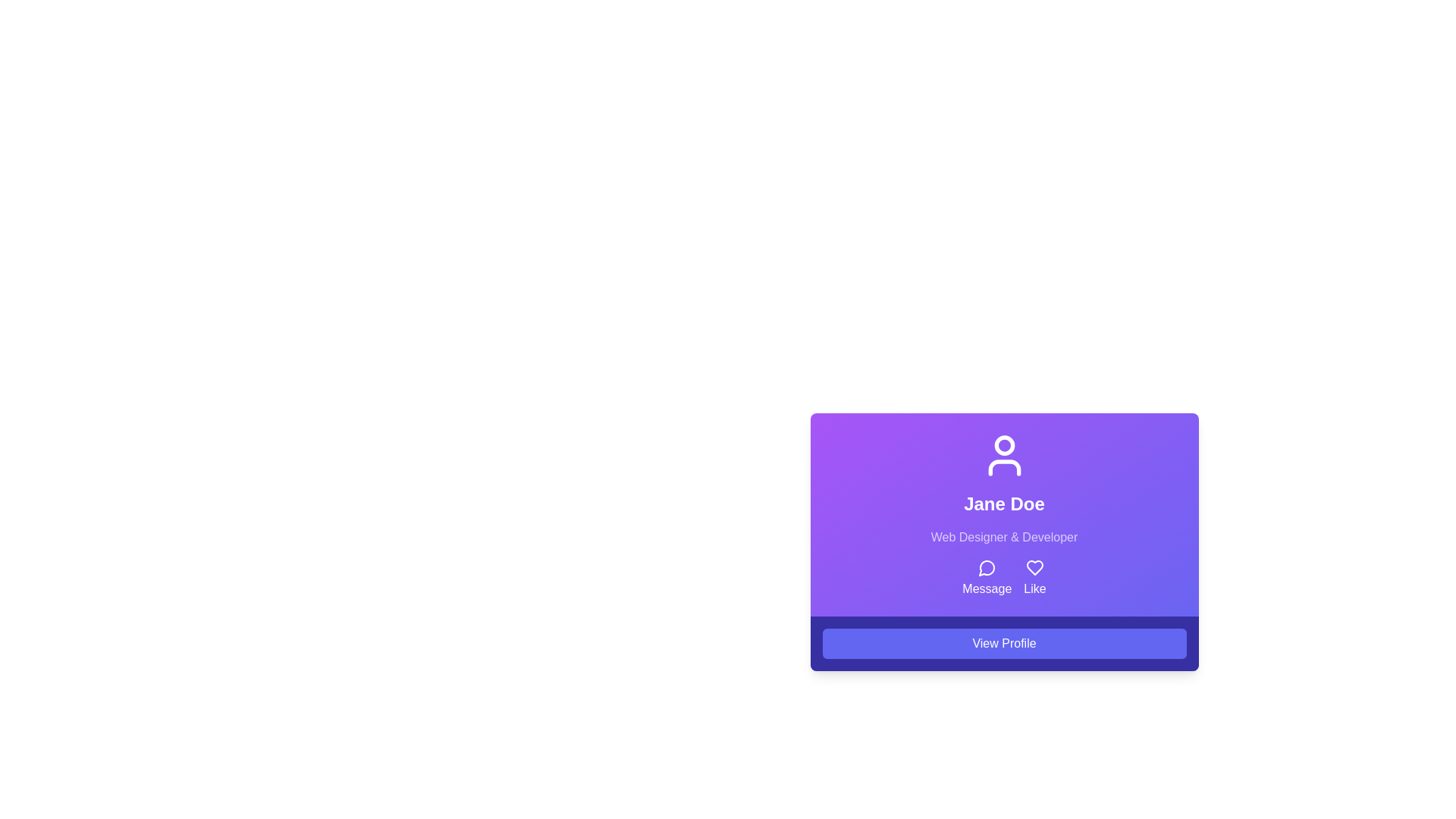  Describe the element at coordinates (986, 588) in the screenshot. I see `the Text label located beneath the speech bubble-shaped icon in the card layout to associate it with its corresponding icon` at that location.